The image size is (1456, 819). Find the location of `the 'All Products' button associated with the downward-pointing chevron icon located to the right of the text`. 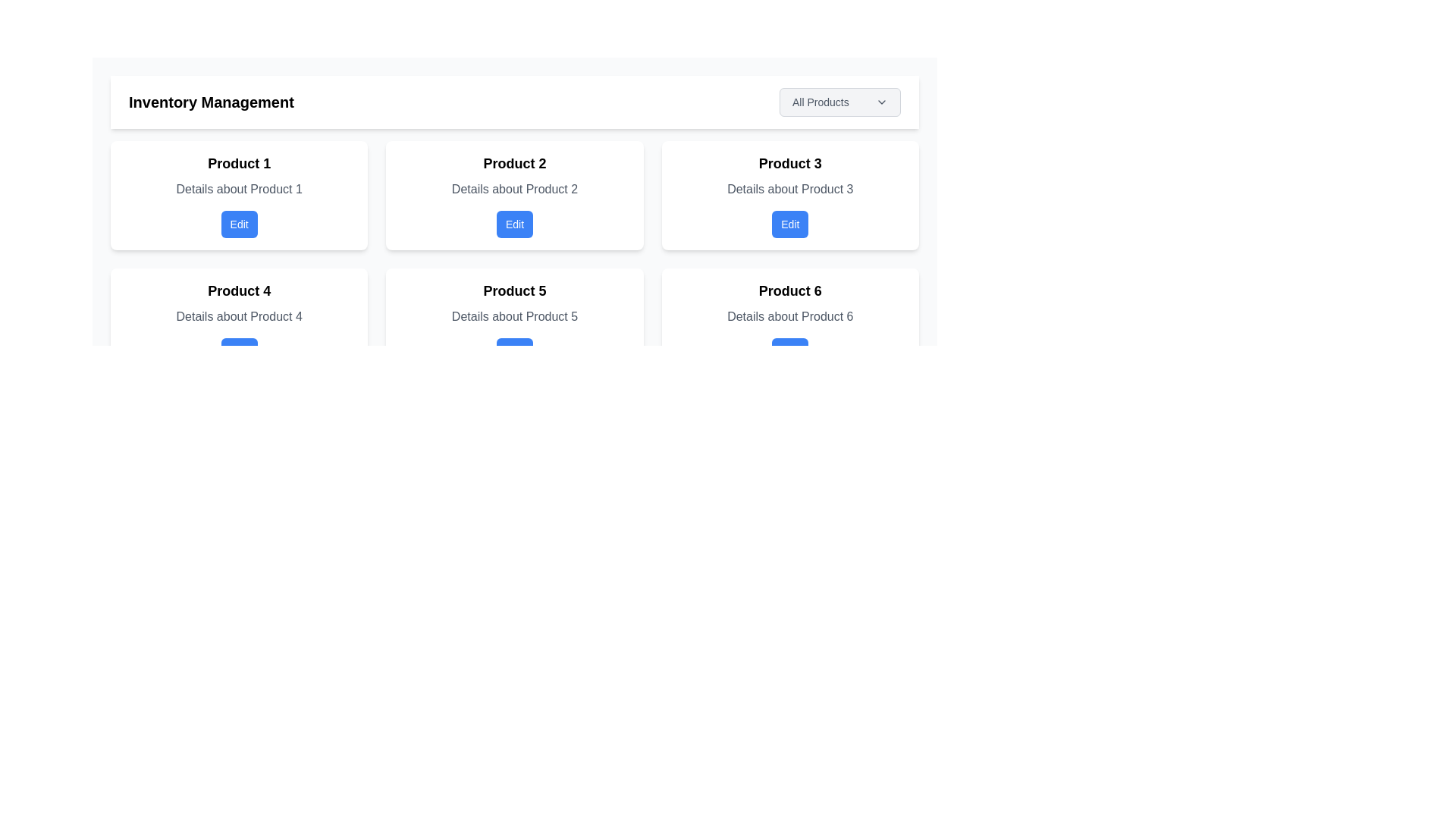

the 'All Products' button associated with the downward-pointing chevron icon located to the right of the text is located at coordinates (881, 102).